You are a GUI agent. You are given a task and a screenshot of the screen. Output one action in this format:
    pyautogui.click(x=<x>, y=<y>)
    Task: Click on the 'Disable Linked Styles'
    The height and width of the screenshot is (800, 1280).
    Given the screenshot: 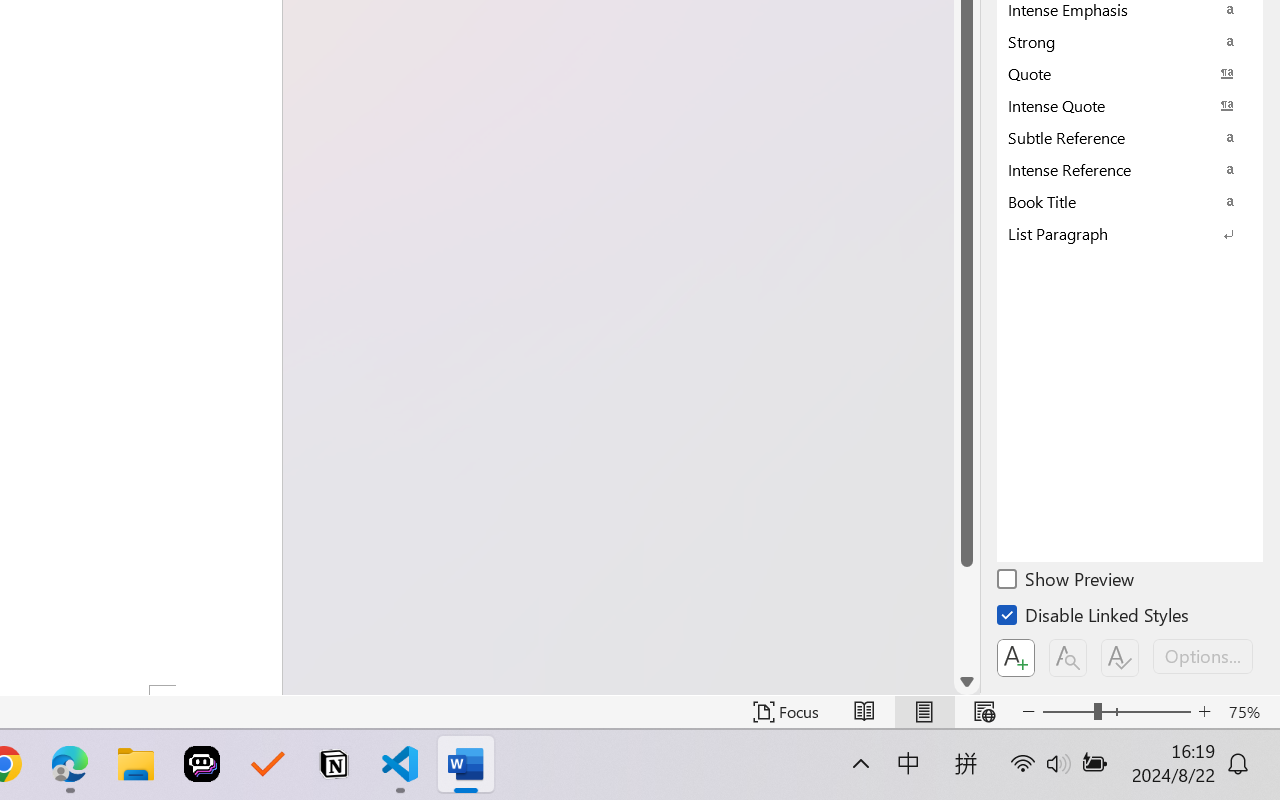 What is the action you would take?
    pyautogui.click(x=1094, y=618)
    